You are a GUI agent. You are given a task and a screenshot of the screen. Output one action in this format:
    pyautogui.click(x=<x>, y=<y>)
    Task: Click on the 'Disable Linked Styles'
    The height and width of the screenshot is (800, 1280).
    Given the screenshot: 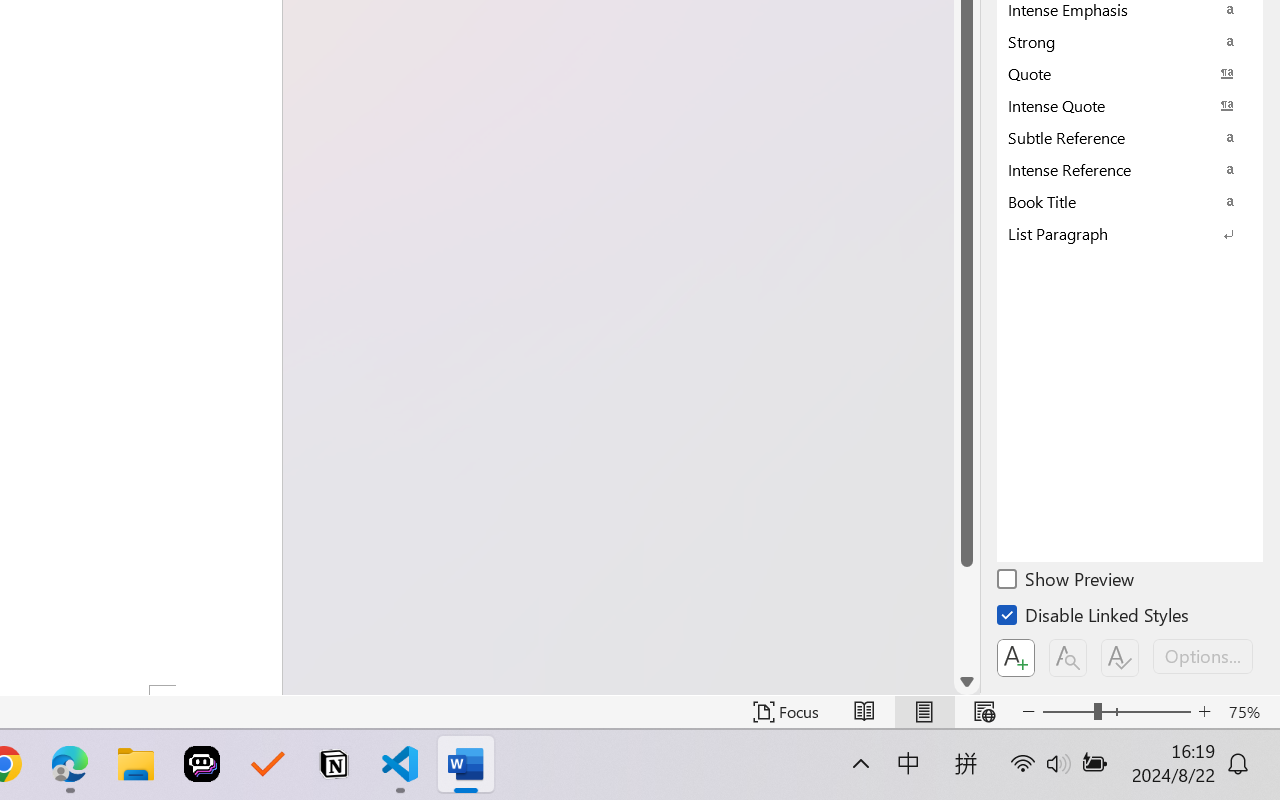 What is the action you would take?
    pyautogui.click(x=1094, y=618)
    